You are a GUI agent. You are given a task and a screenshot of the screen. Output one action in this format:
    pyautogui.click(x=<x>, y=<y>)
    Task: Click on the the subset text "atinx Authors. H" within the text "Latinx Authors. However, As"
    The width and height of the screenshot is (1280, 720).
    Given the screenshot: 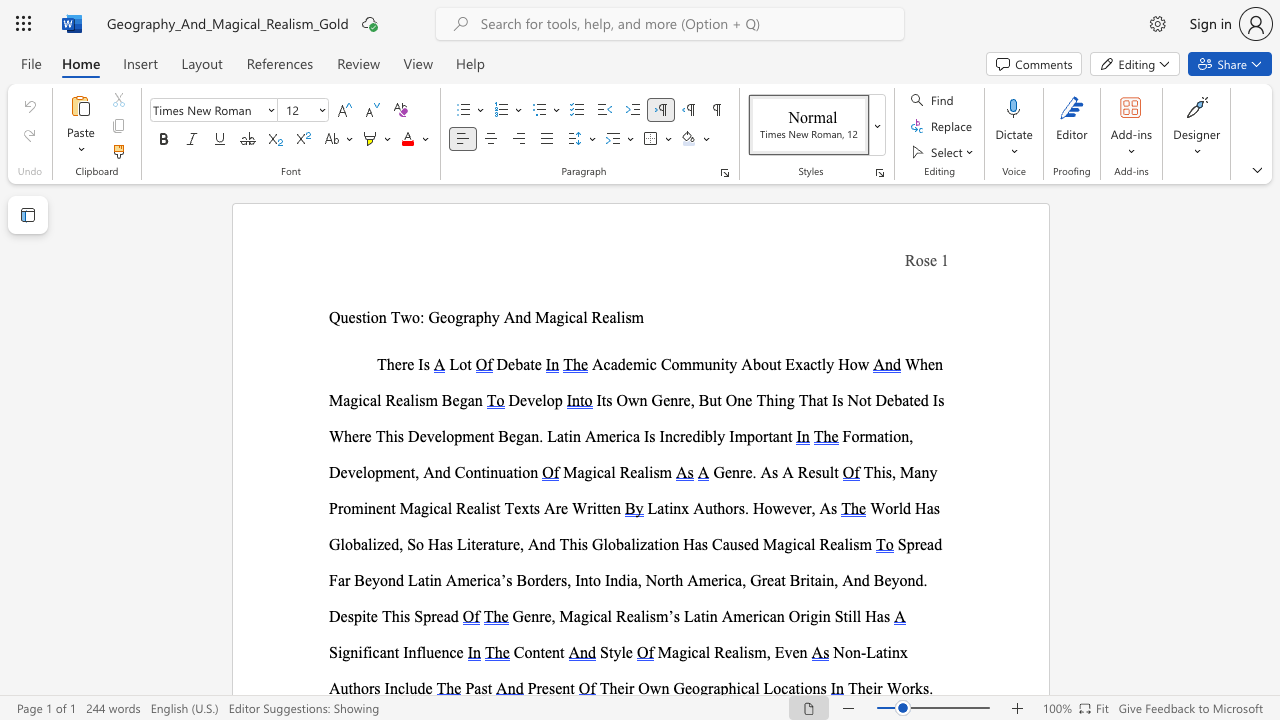 What is the action you would take?
    pyautogui.click(x=657, y=507)
    